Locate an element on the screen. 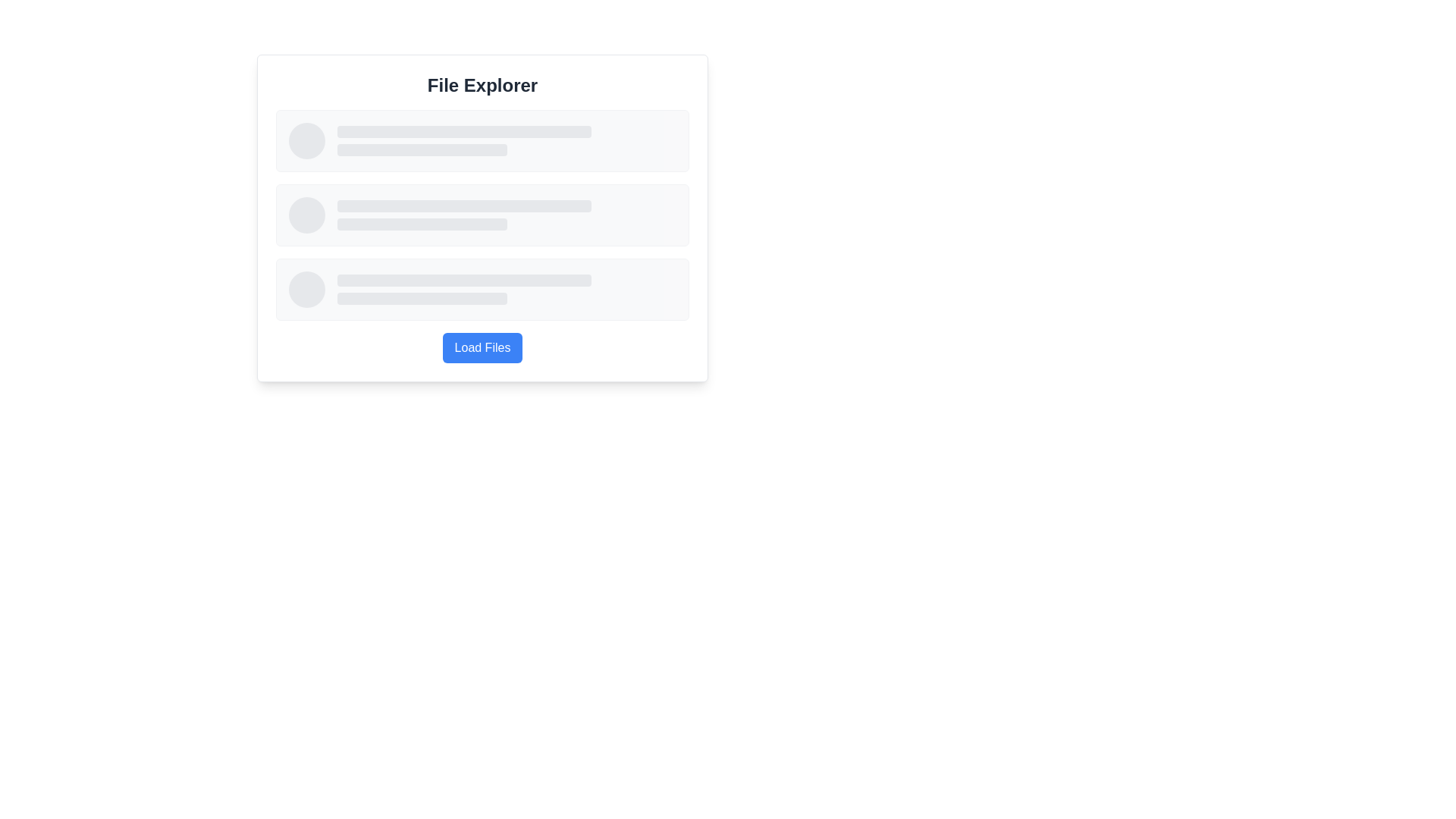  the SkeletonLoaderRow, which is the third row in a vertical list of content rows, featuring a light gray background, a circular placeholder on the left, and two stacked rectangular placeholders on the right is located at coordinates (482, 289).